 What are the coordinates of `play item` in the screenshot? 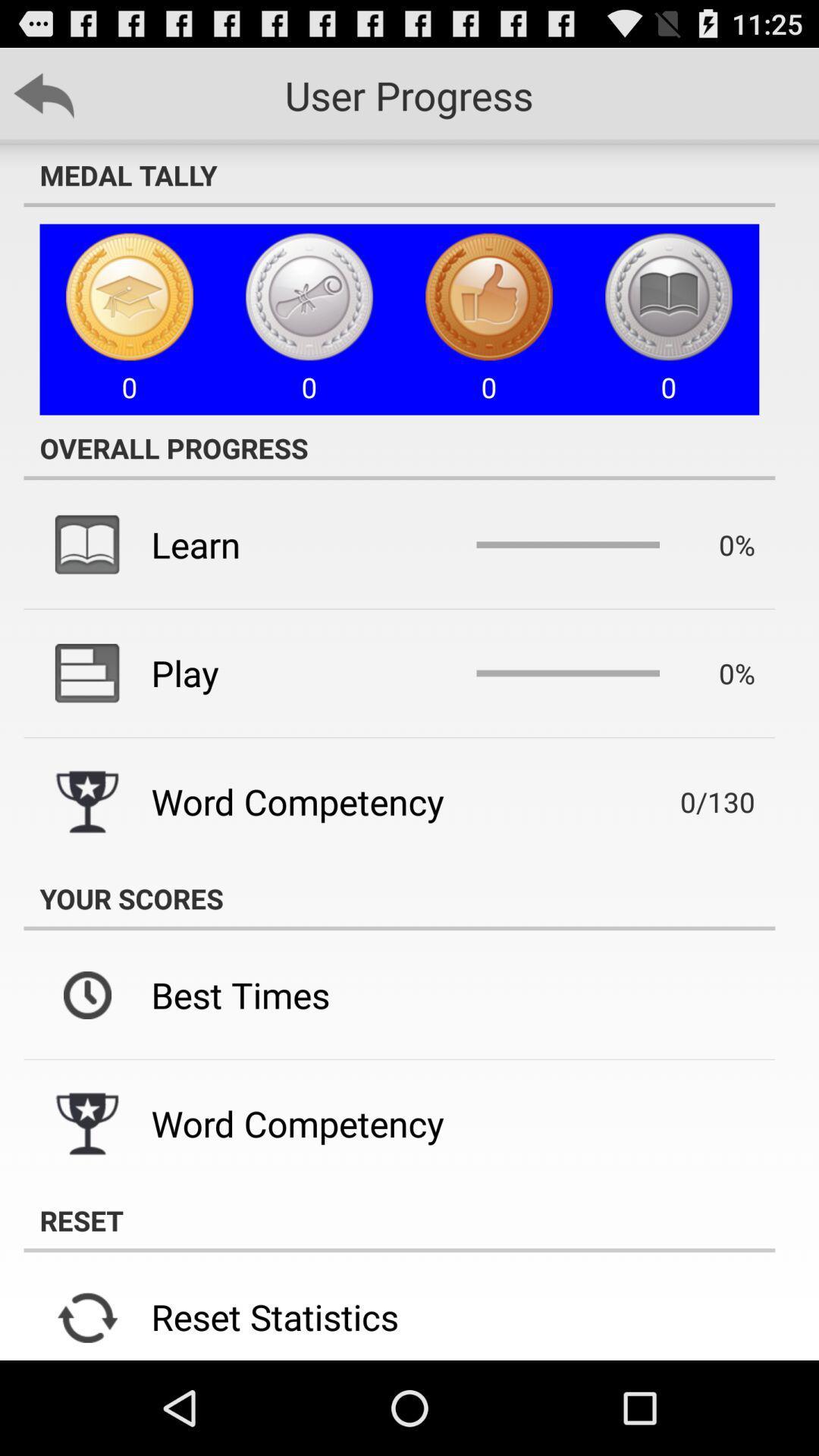 It's located at (184, 672).